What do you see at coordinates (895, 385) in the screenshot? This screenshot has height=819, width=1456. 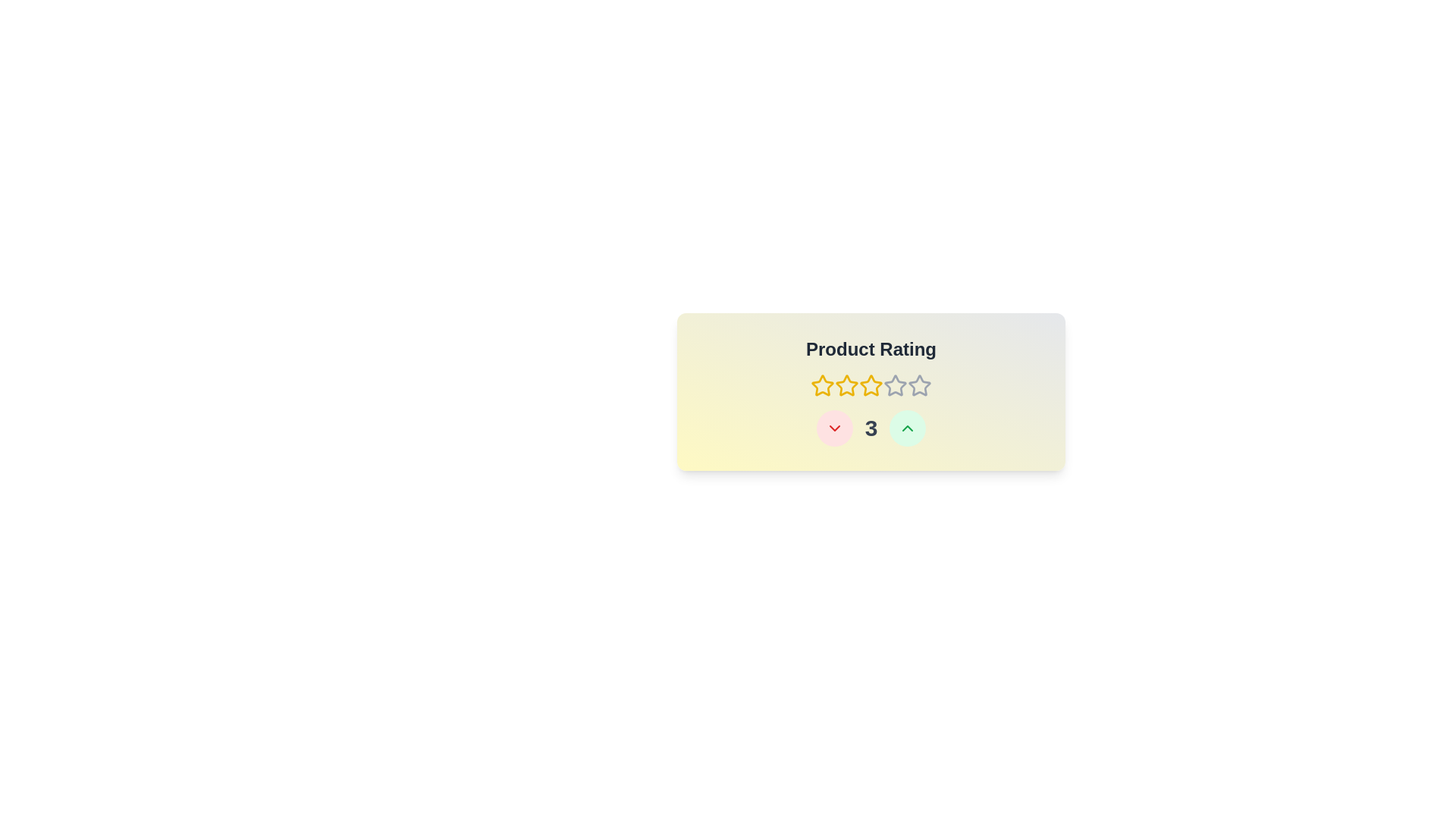 I see `the fifth star-shaped icon with a hollow center and gray border` at bounding box center [895, 385].